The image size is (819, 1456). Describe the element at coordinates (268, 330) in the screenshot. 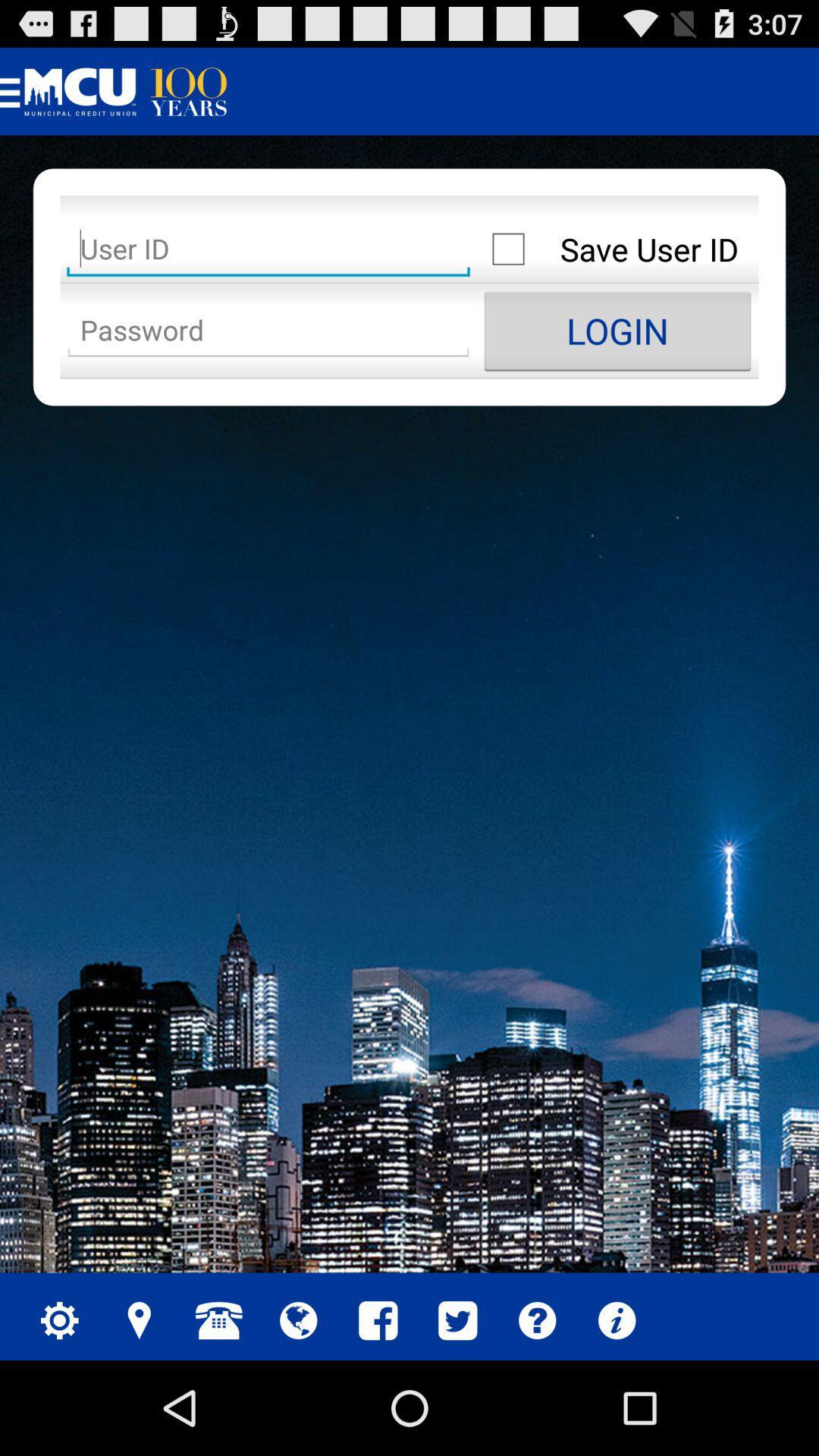

I see `password` at that location.